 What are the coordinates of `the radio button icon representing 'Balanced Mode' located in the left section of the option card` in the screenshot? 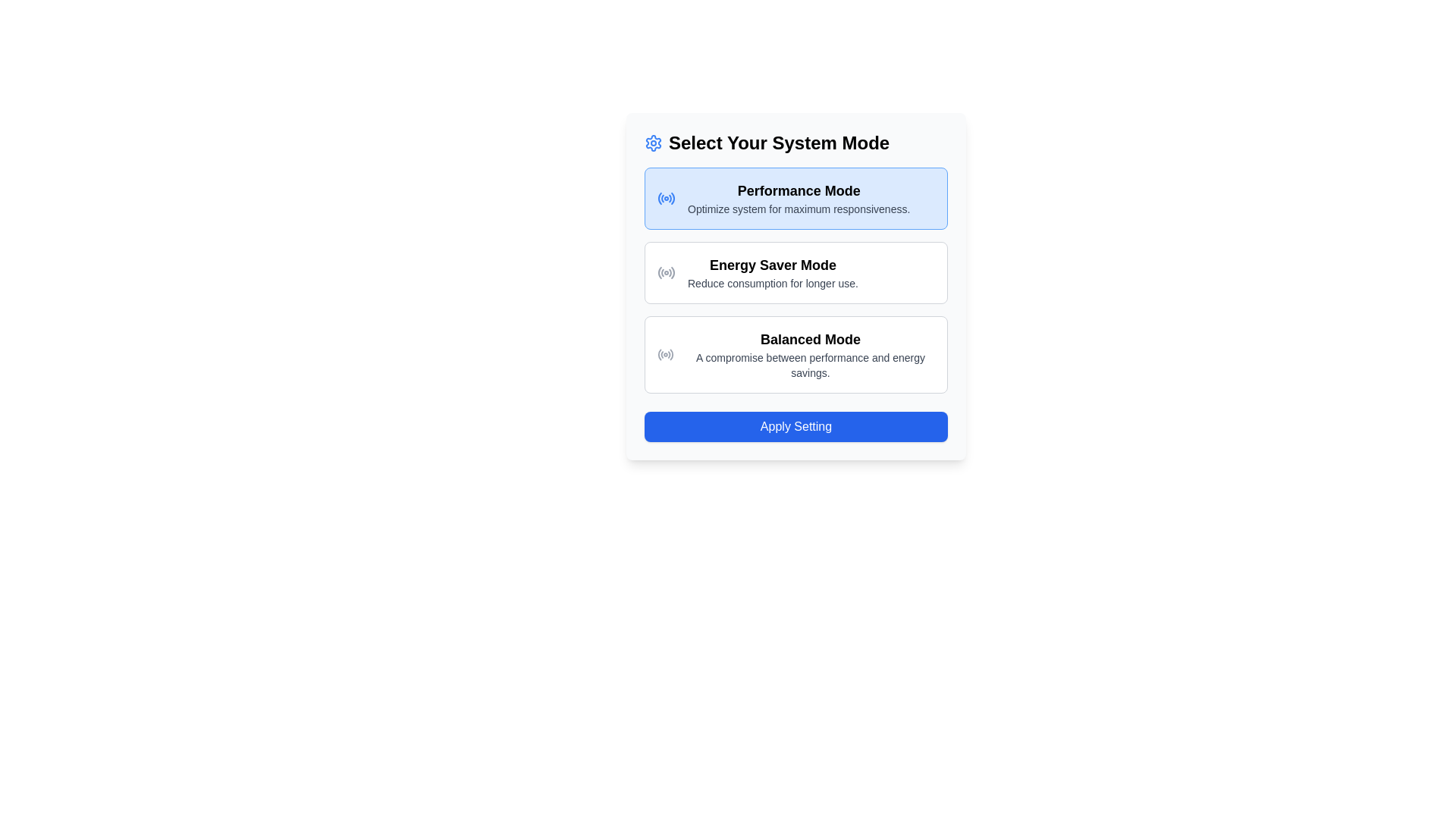 It's located at (666, 354).